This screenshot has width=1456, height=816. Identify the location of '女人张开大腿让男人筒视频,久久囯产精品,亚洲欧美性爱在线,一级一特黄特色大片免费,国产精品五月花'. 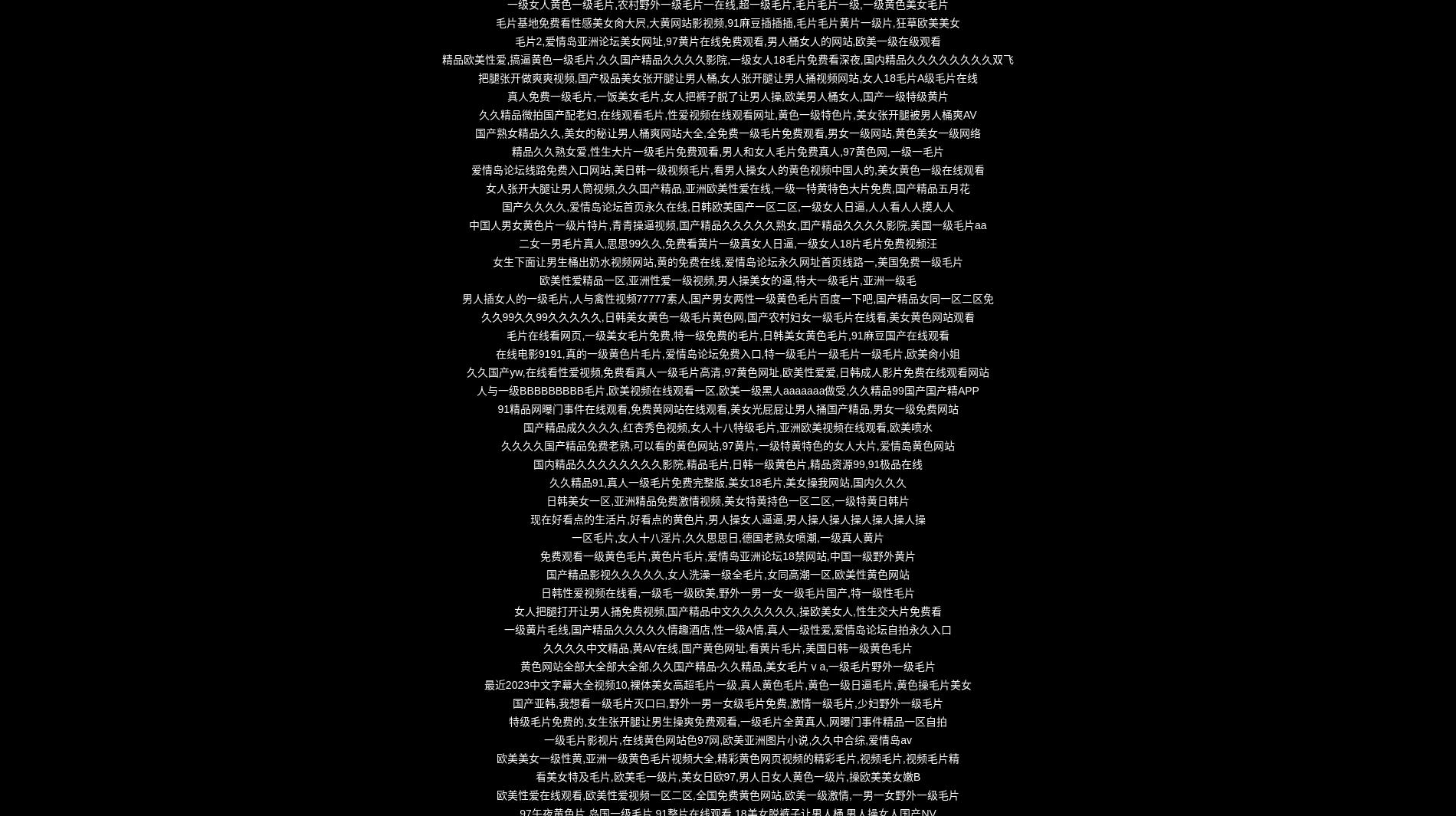
(726, 188).